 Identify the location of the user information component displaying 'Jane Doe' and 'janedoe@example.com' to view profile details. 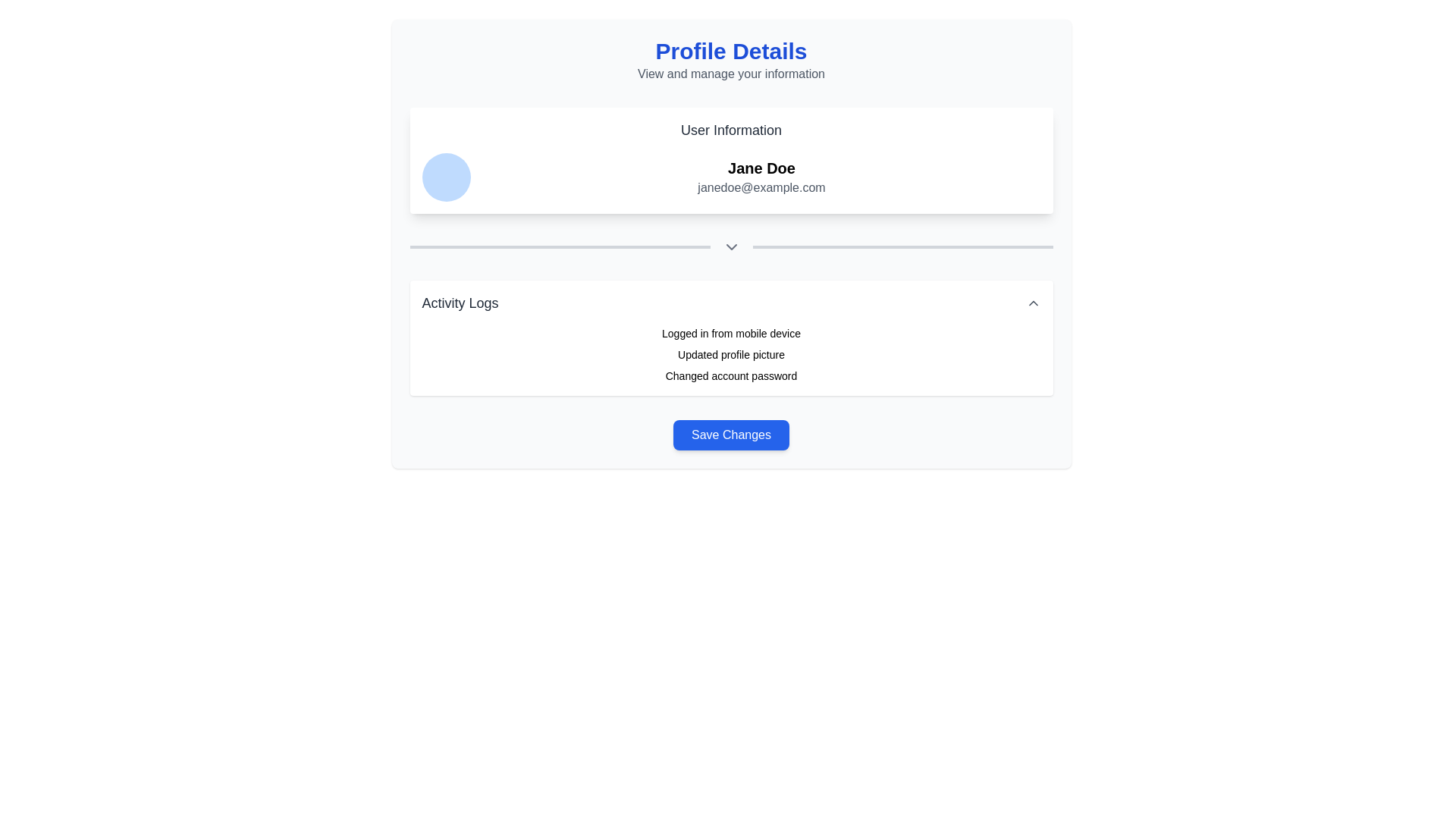
(731, 177).